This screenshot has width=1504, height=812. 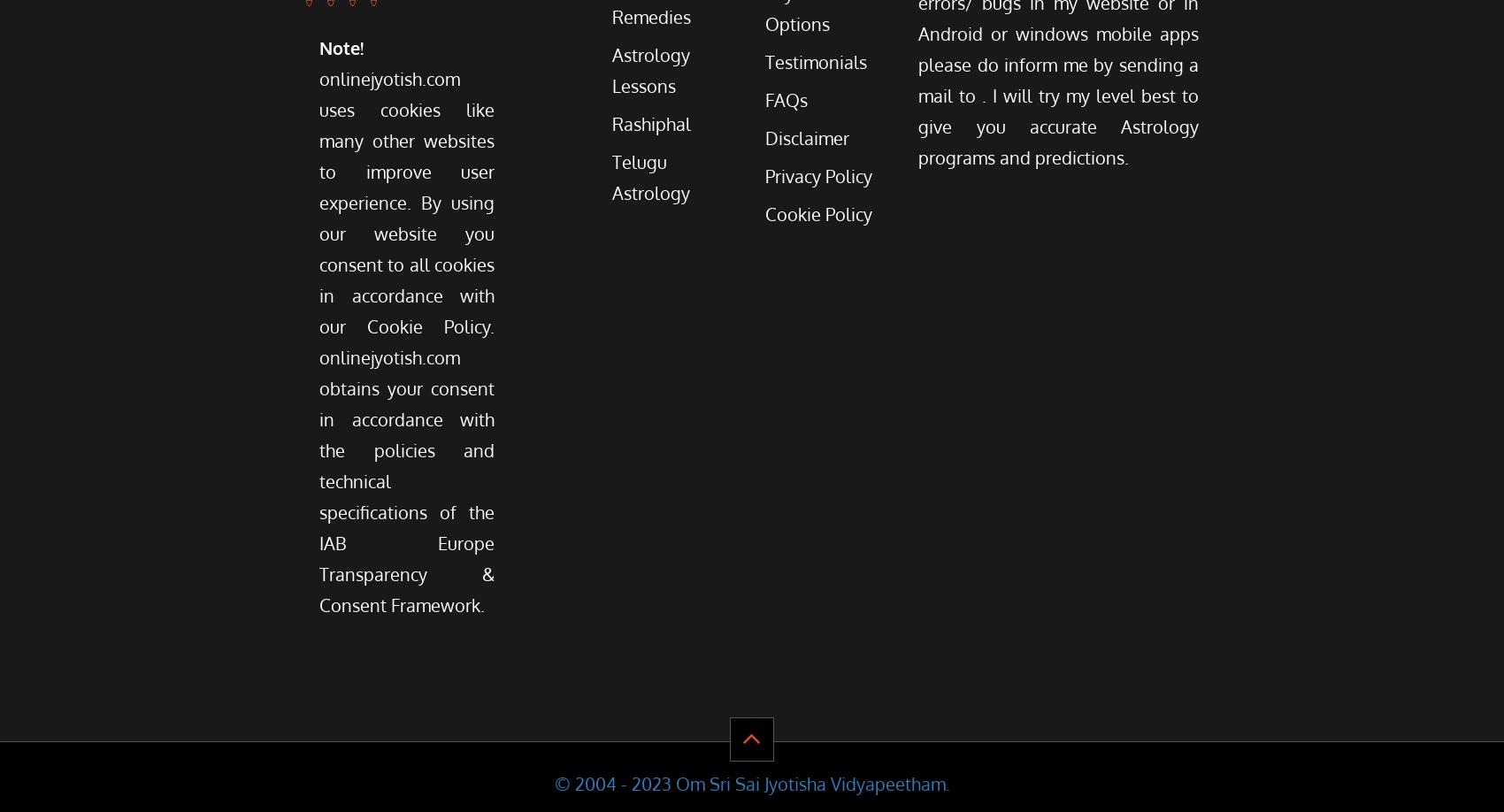 What do you see at coordinates (341, 47) in the screenshot?
I see `'Note!'` at bounding box center [341, 47].